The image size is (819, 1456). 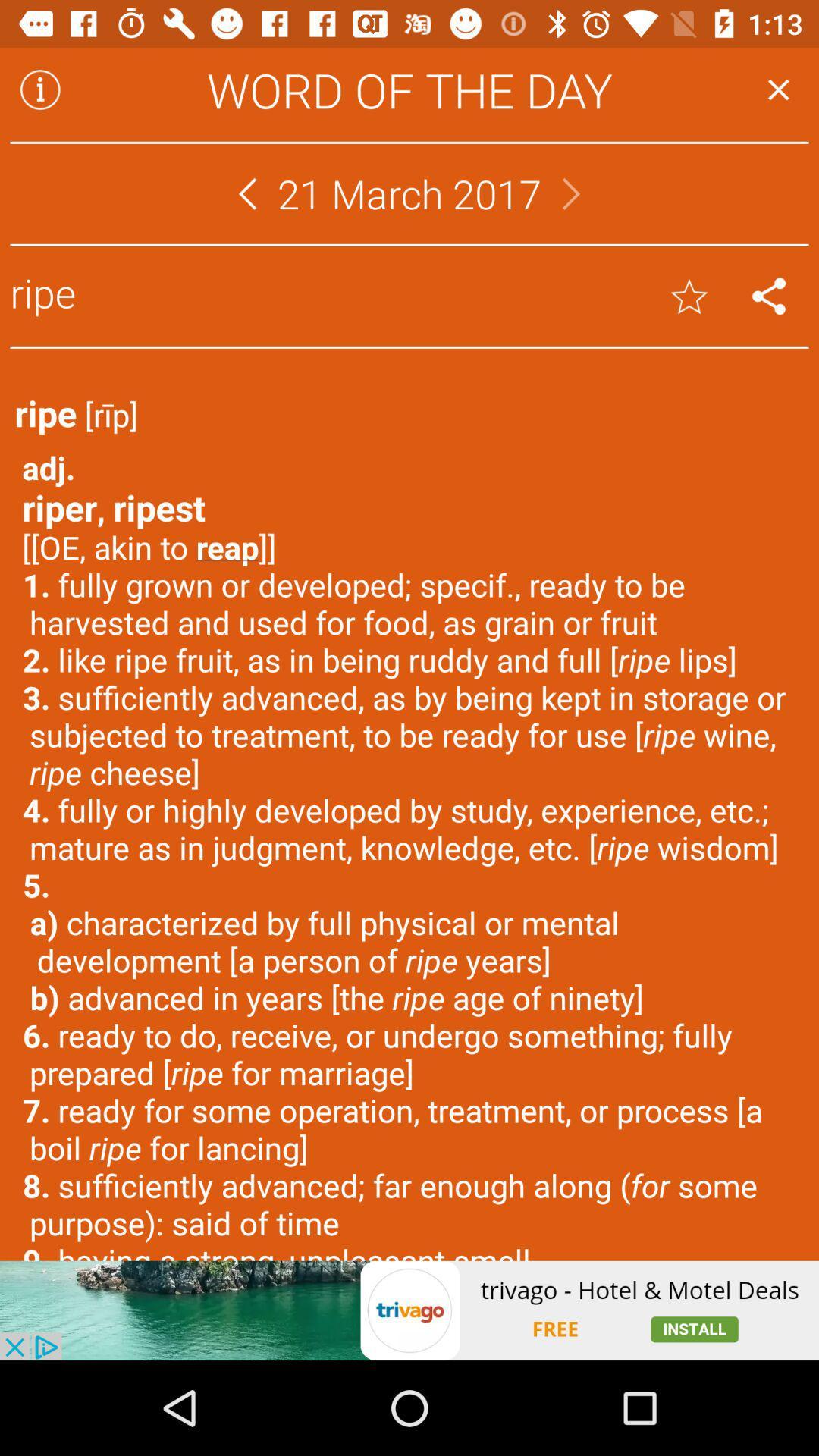 What do you see at coordinates (39, 89) in the screenshot?
I see `get additional information` at bounding box center [39, 89].